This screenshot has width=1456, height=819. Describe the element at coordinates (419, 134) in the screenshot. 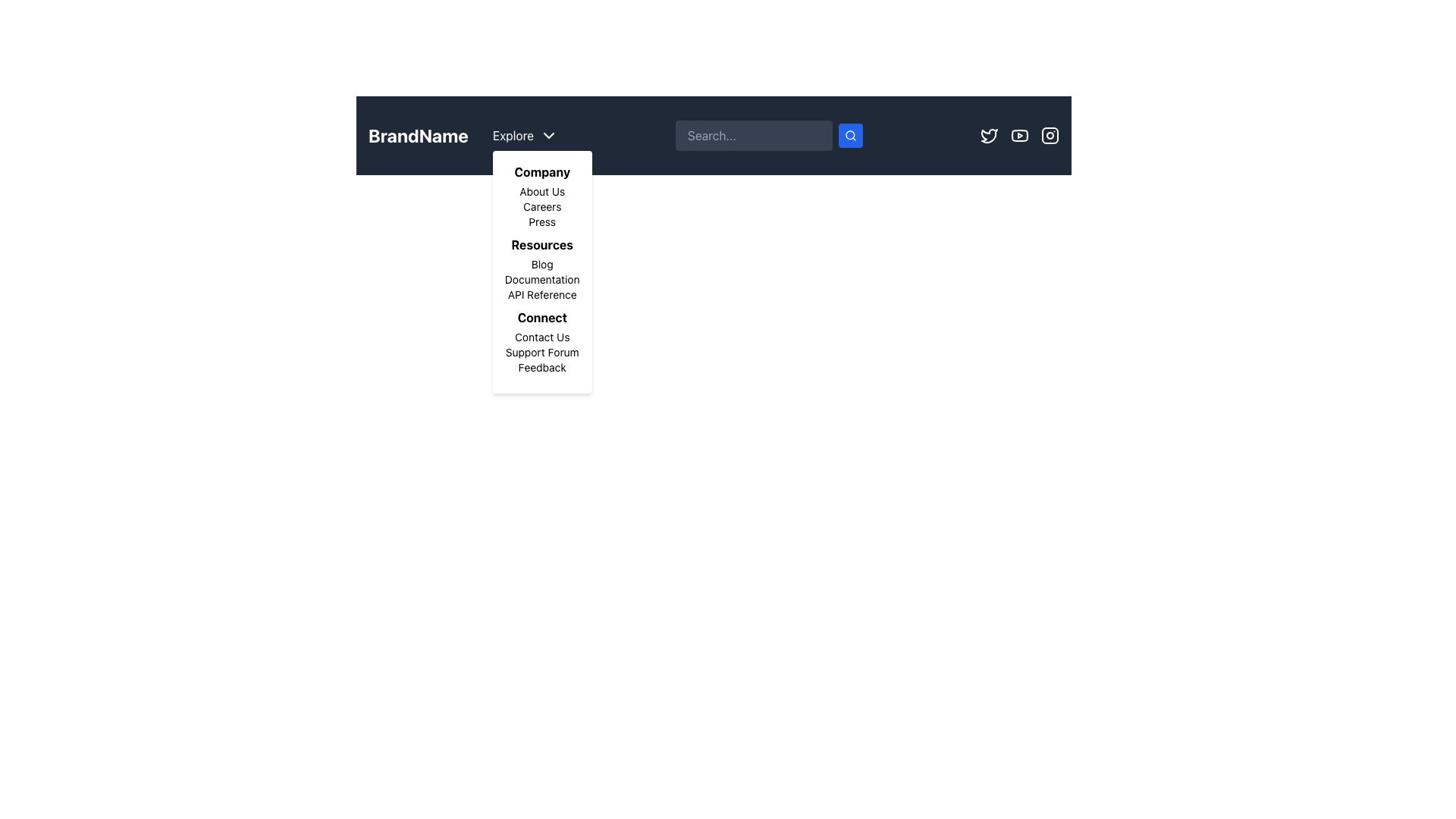

I see `text content of the branding or logo Text Label located in the top-left corner of the header bar, preceding the 'Explore' link` at that location.